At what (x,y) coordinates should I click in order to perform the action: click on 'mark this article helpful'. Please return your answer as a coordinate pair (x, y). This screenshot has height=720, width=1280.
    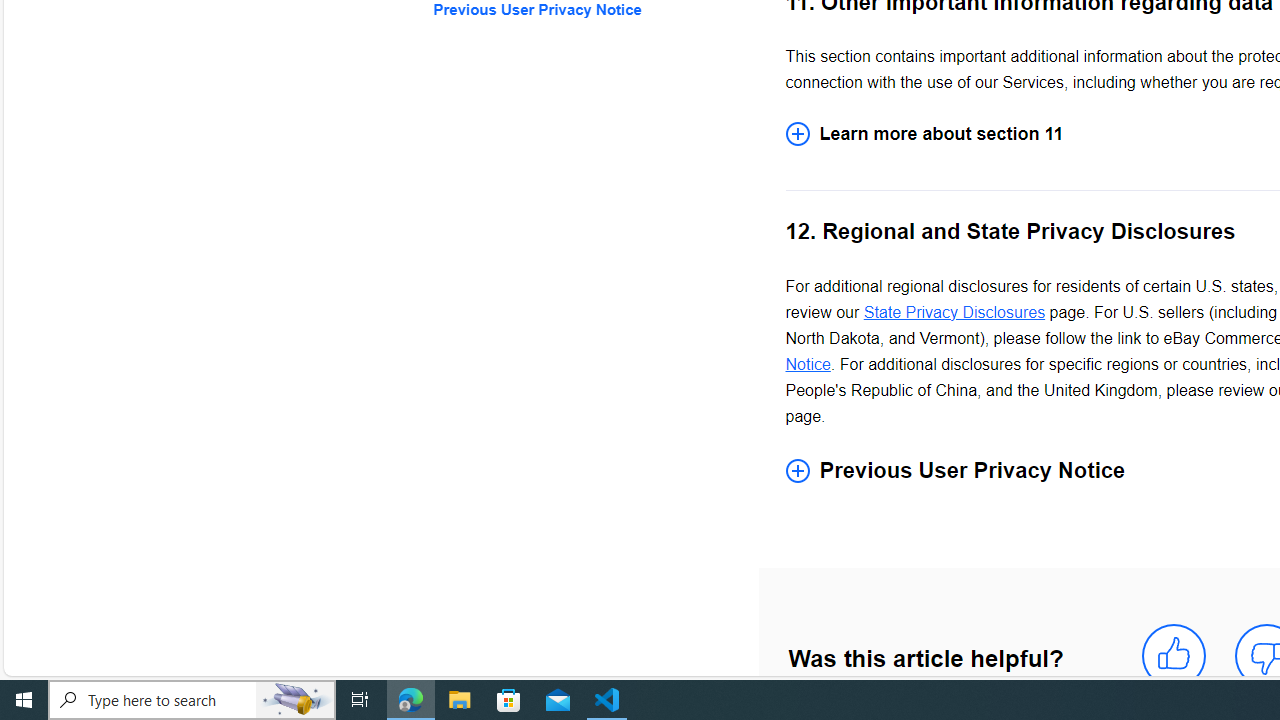
    Looking at the image, I should click on (1173, 657).